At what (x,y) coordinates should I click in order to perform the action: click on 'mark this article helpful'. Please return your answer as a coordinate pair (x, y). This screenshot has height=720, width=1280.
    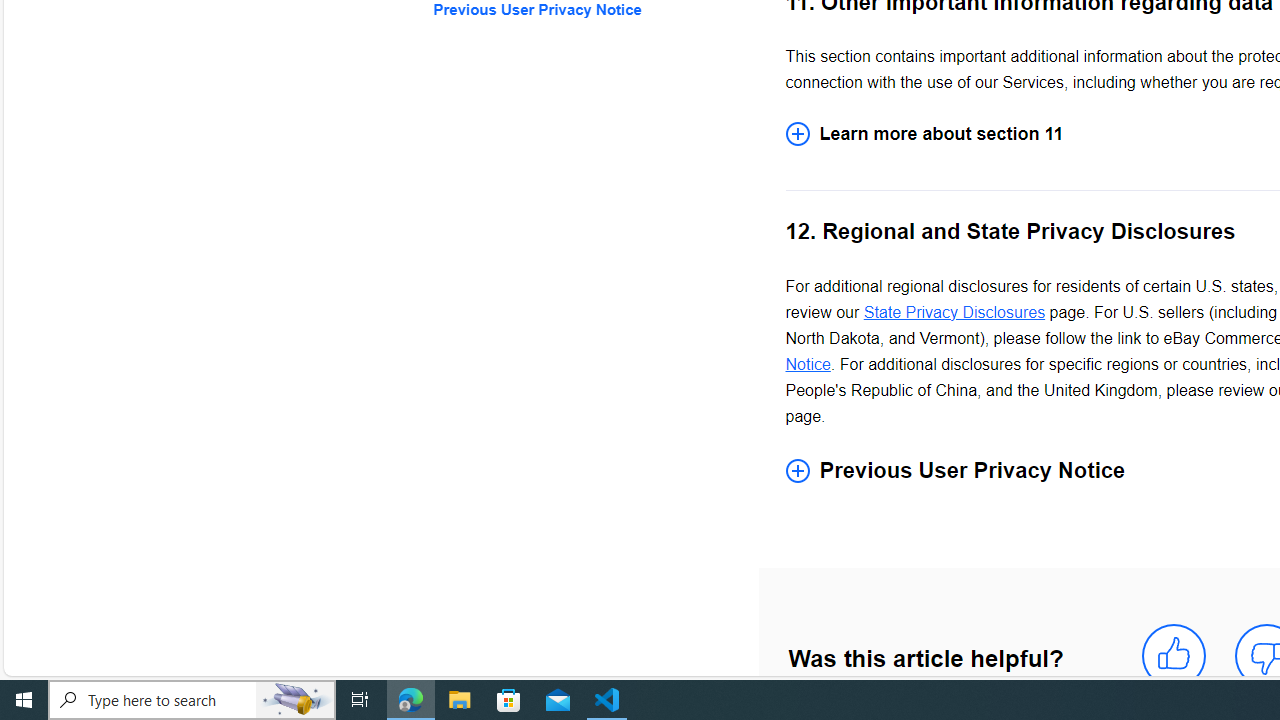
    Looking at the image, I should click on (1173, 657).